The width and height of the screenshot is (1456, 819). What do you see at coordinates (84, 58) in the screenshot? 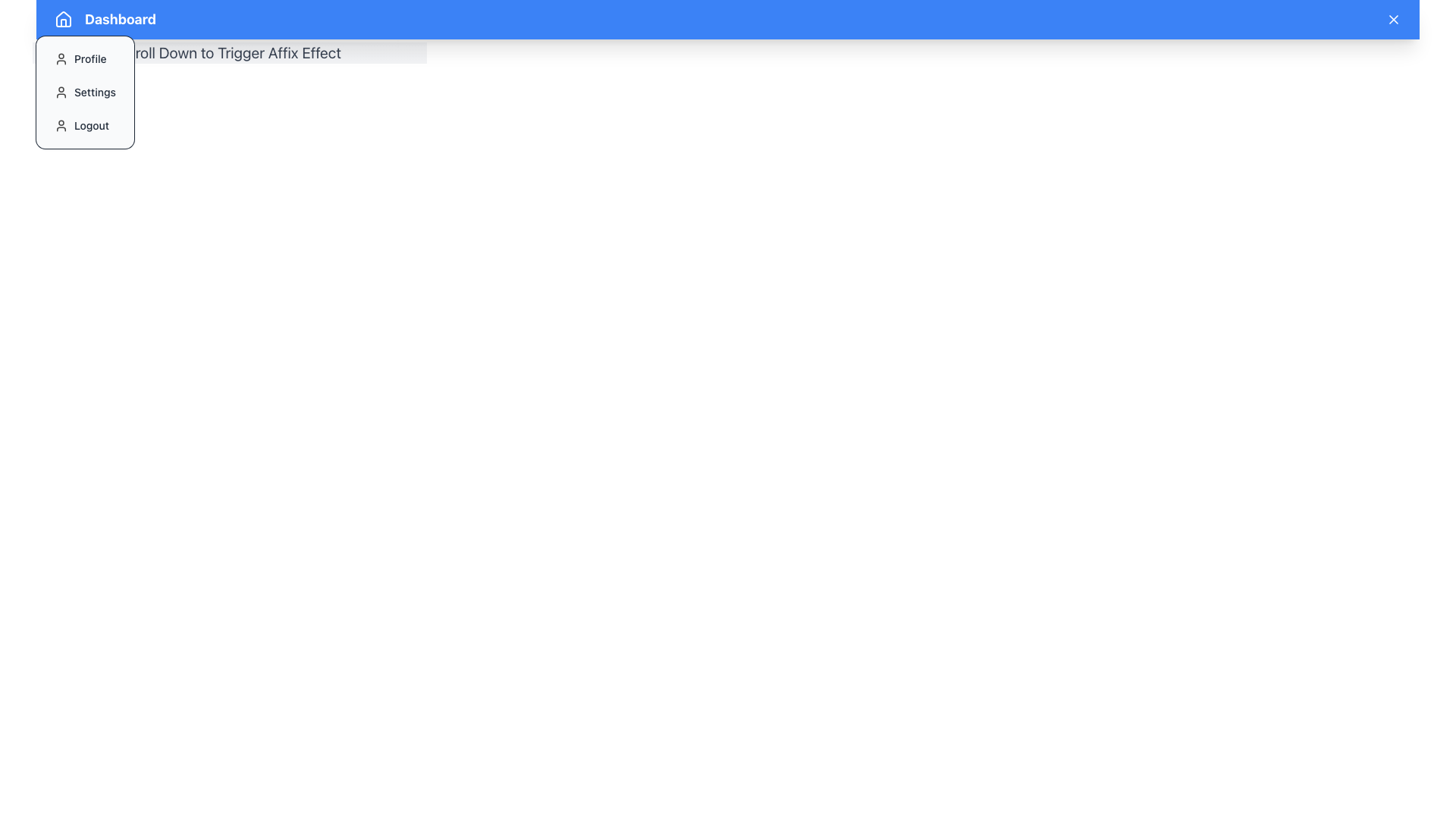
I see `the topmost list item labeled 'Profile'` at bounding box center [84, 58].